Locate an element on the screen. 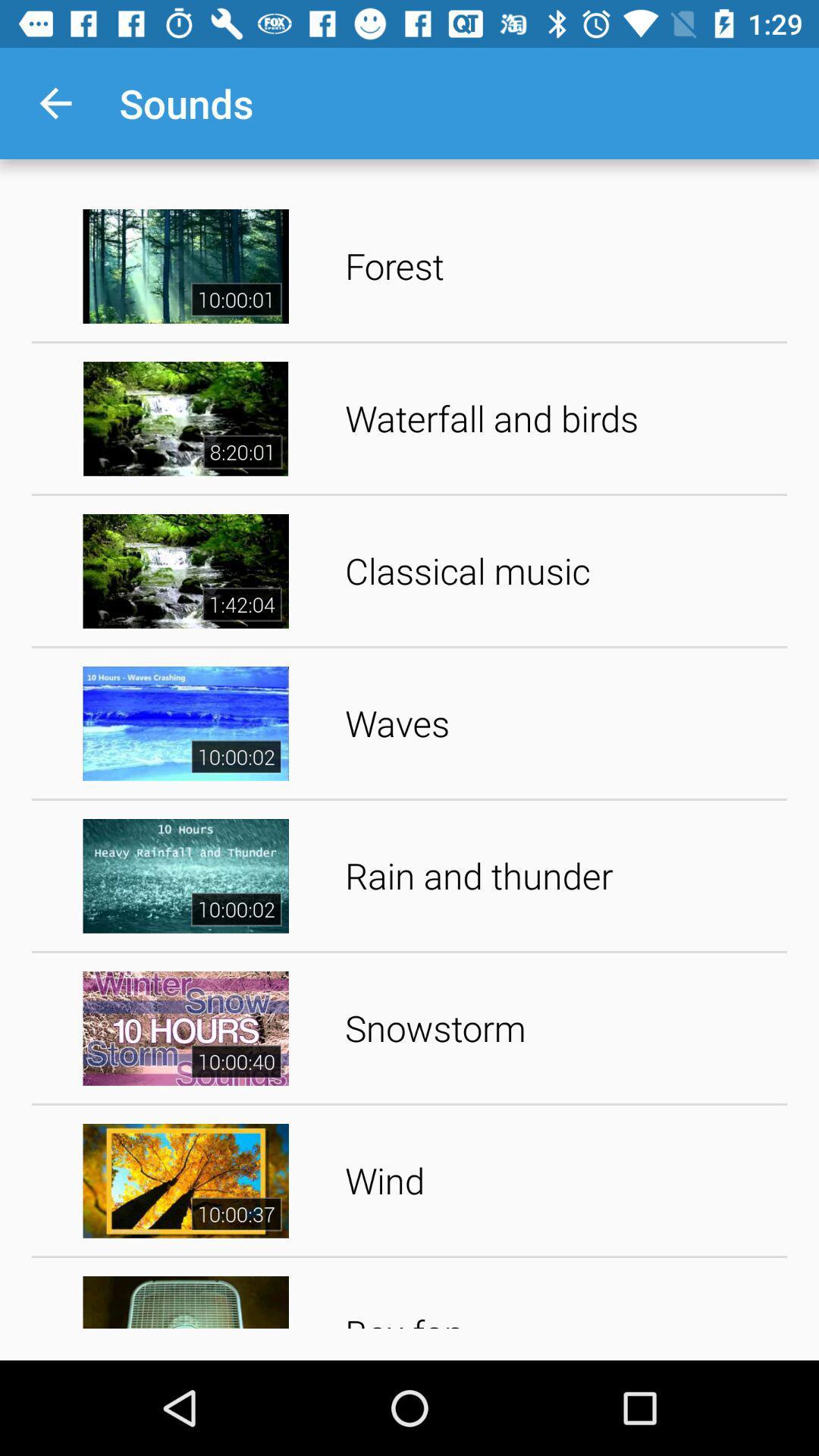  the icon above the box fan is located at coordinates (560, 1179).